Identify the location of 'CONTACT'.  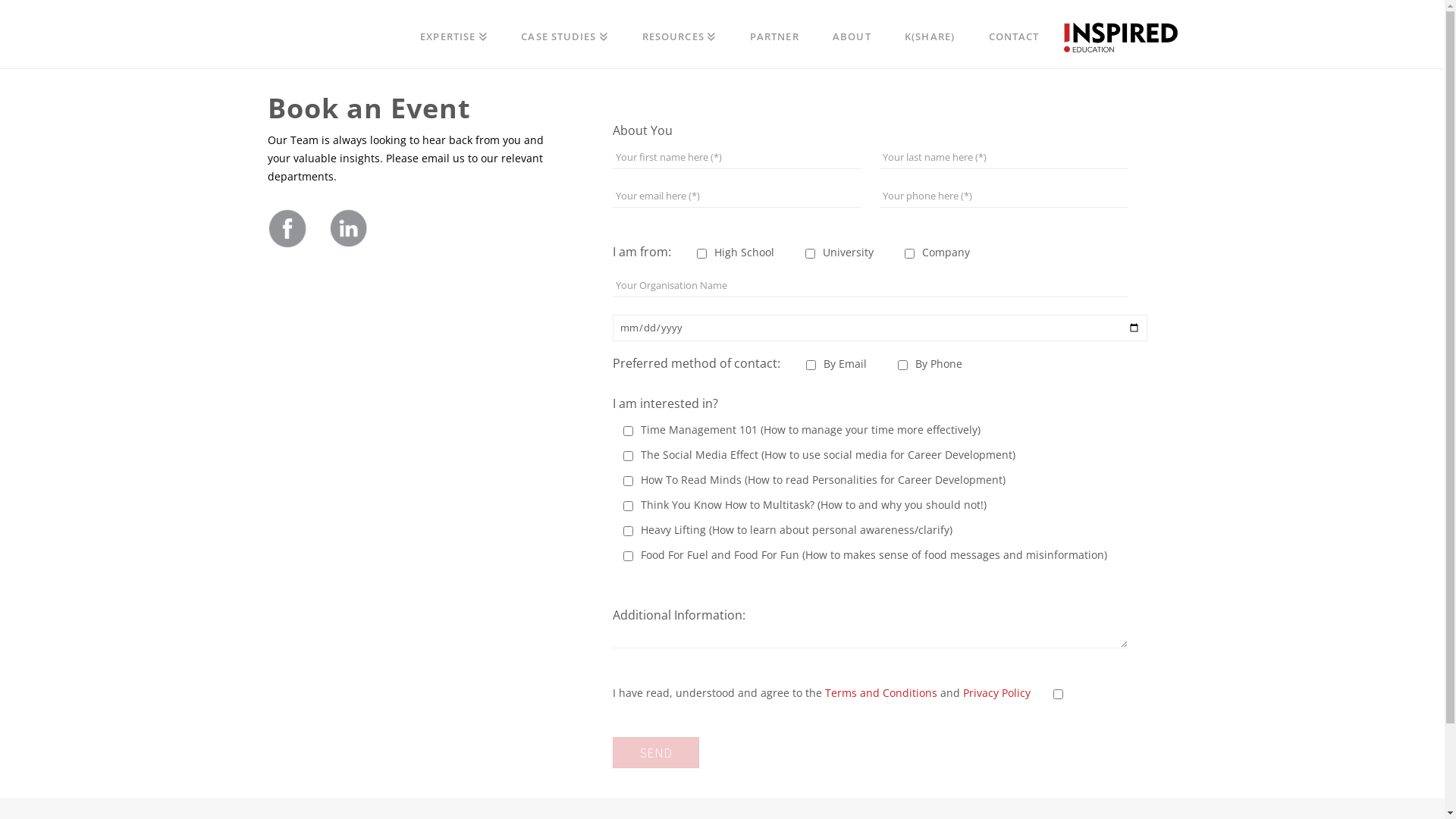
(1013, 34).